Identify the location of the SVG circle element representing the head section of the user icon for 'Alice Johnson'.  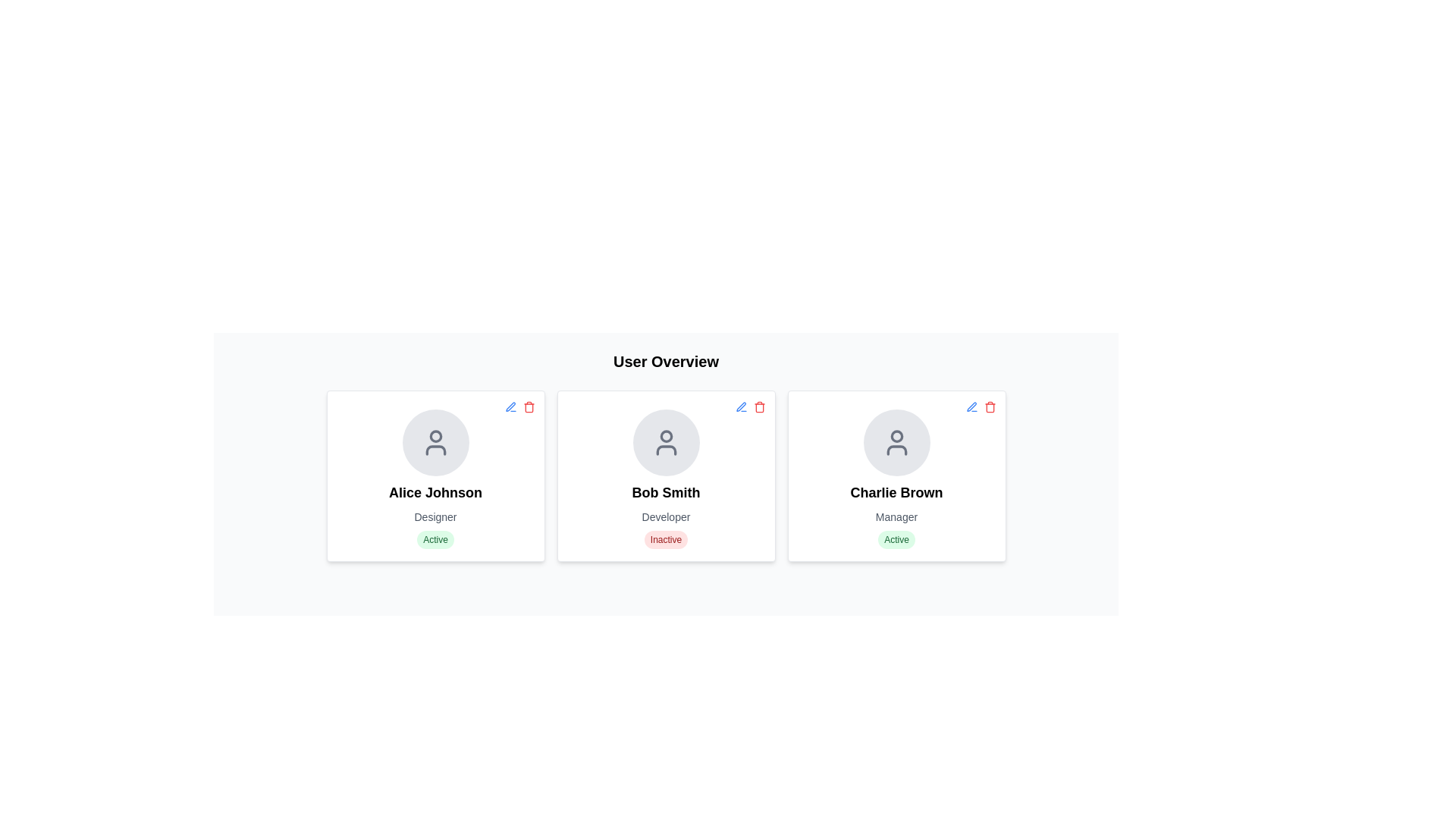
(435, 436).